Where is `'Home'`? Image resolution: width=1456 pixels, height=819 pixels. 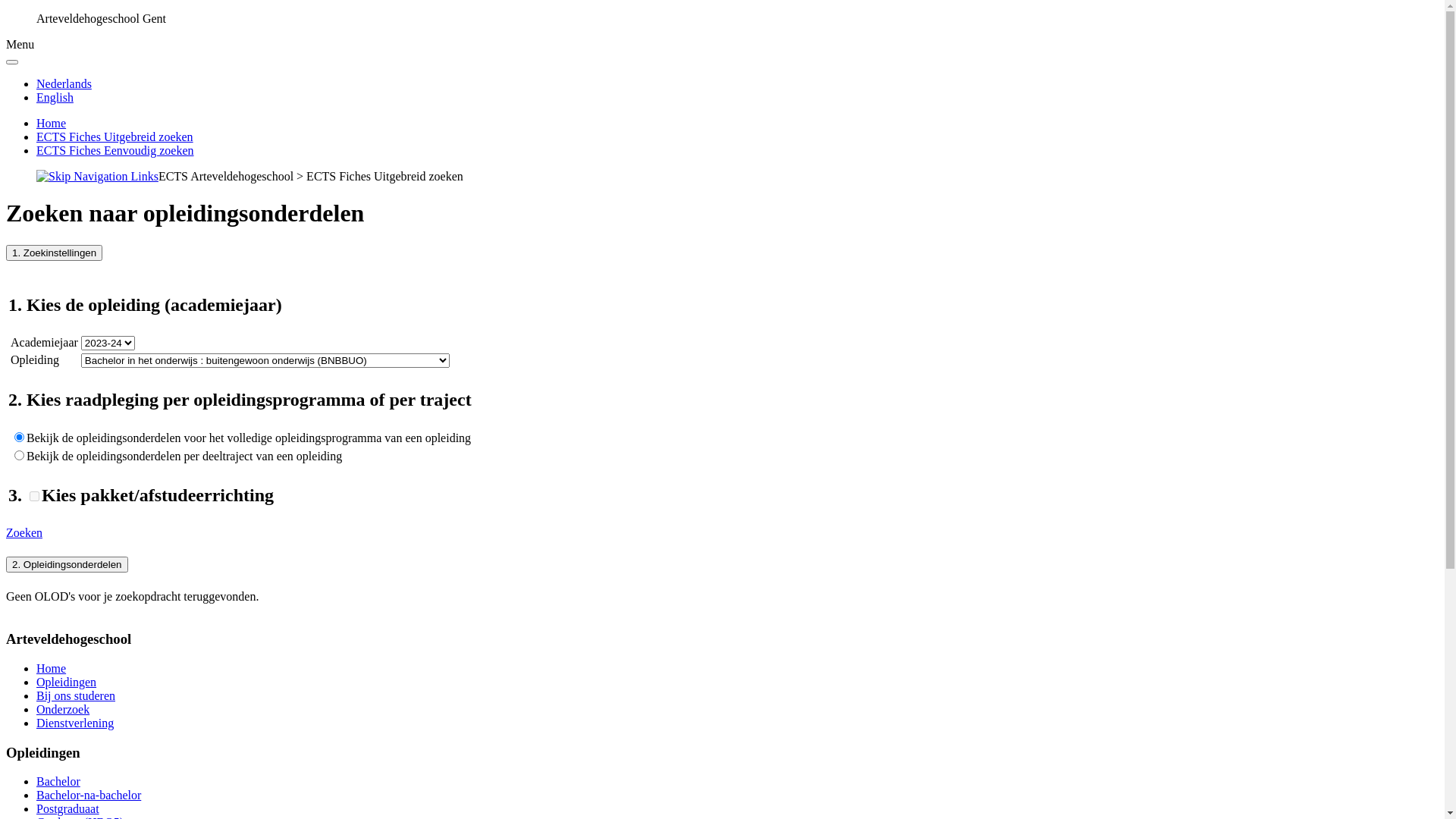 'Home' is located at coordinates (51, 667).